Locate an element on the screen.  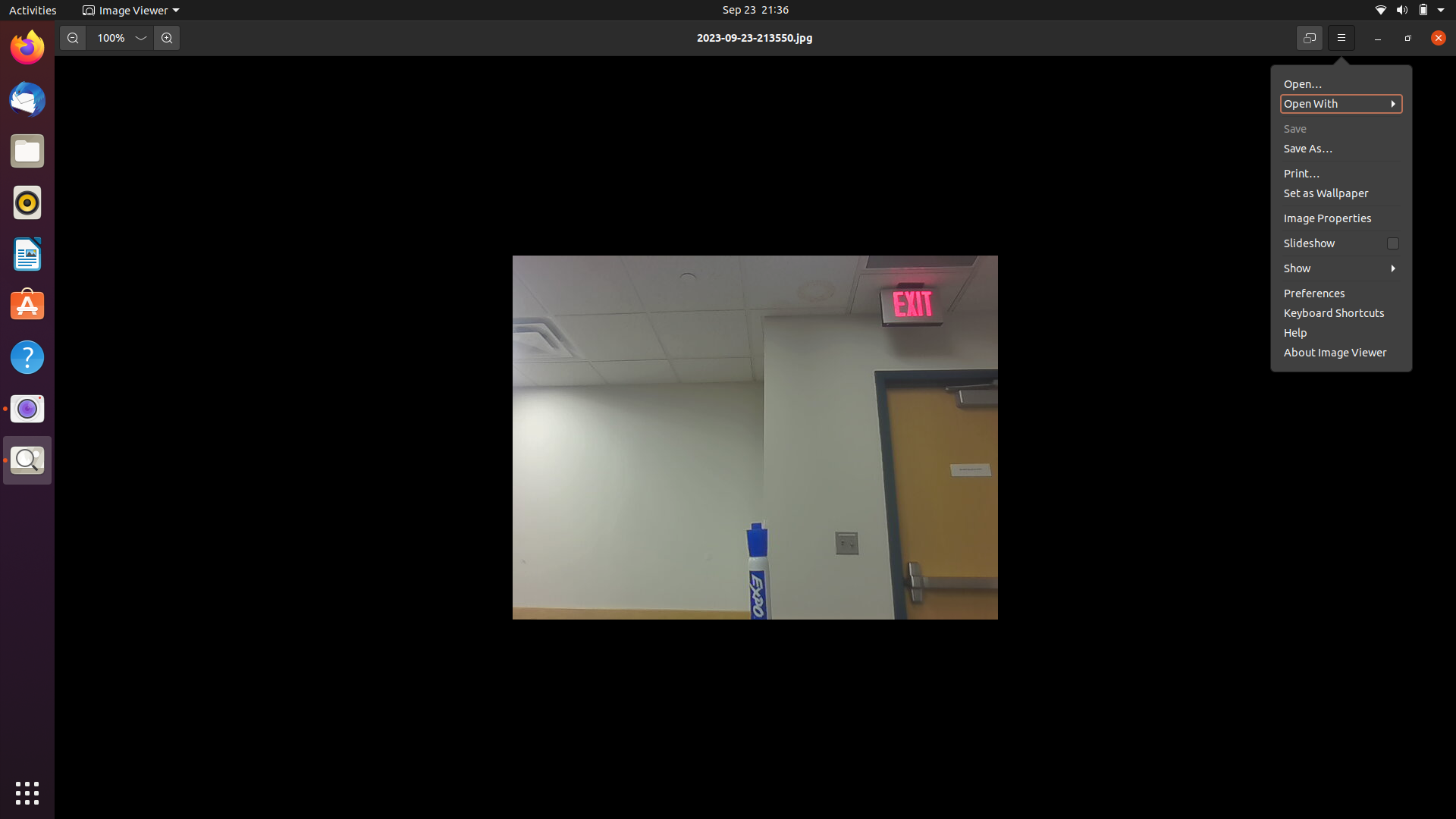
Decrease the image size once is located at coordinates (71, 37).